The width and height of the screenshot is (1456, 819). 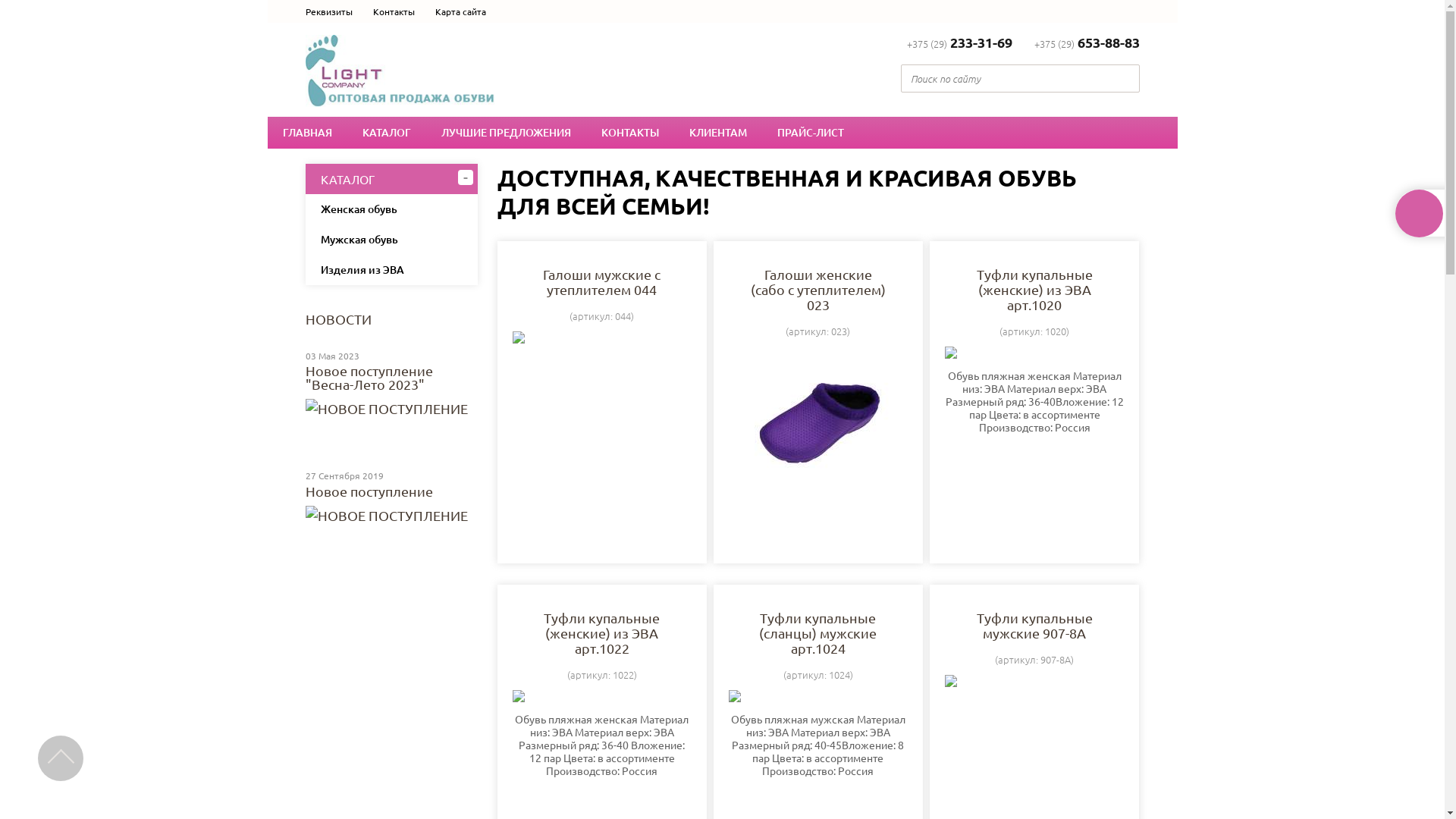 What do you see at coordinates (906, 42) in the screenshot?
I see `'+375 (29)233-31-69'` at bounding box center [906, 42].